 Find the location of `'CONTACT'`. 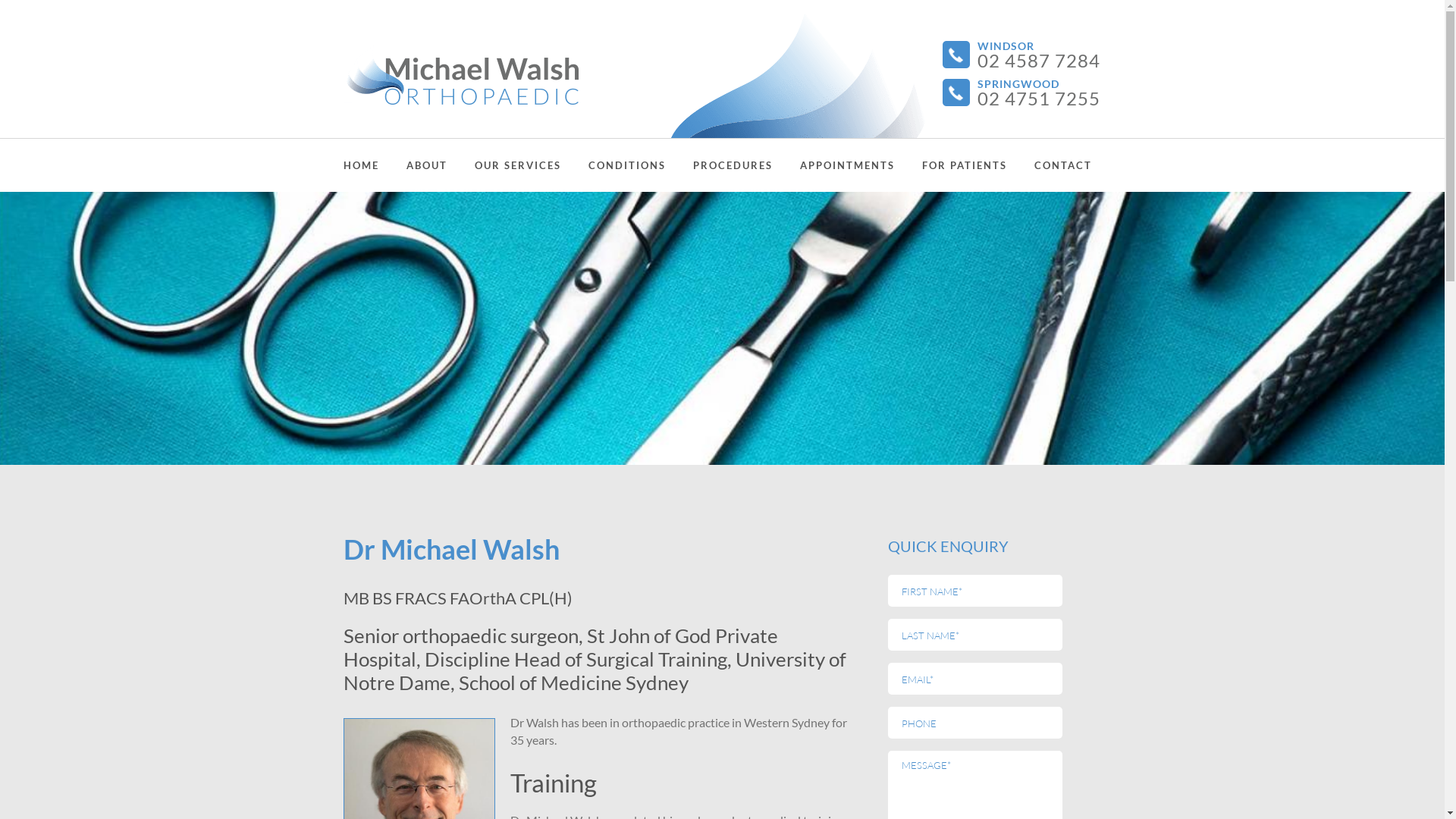

'CONTACT' is located at coordinates (1033, 165).